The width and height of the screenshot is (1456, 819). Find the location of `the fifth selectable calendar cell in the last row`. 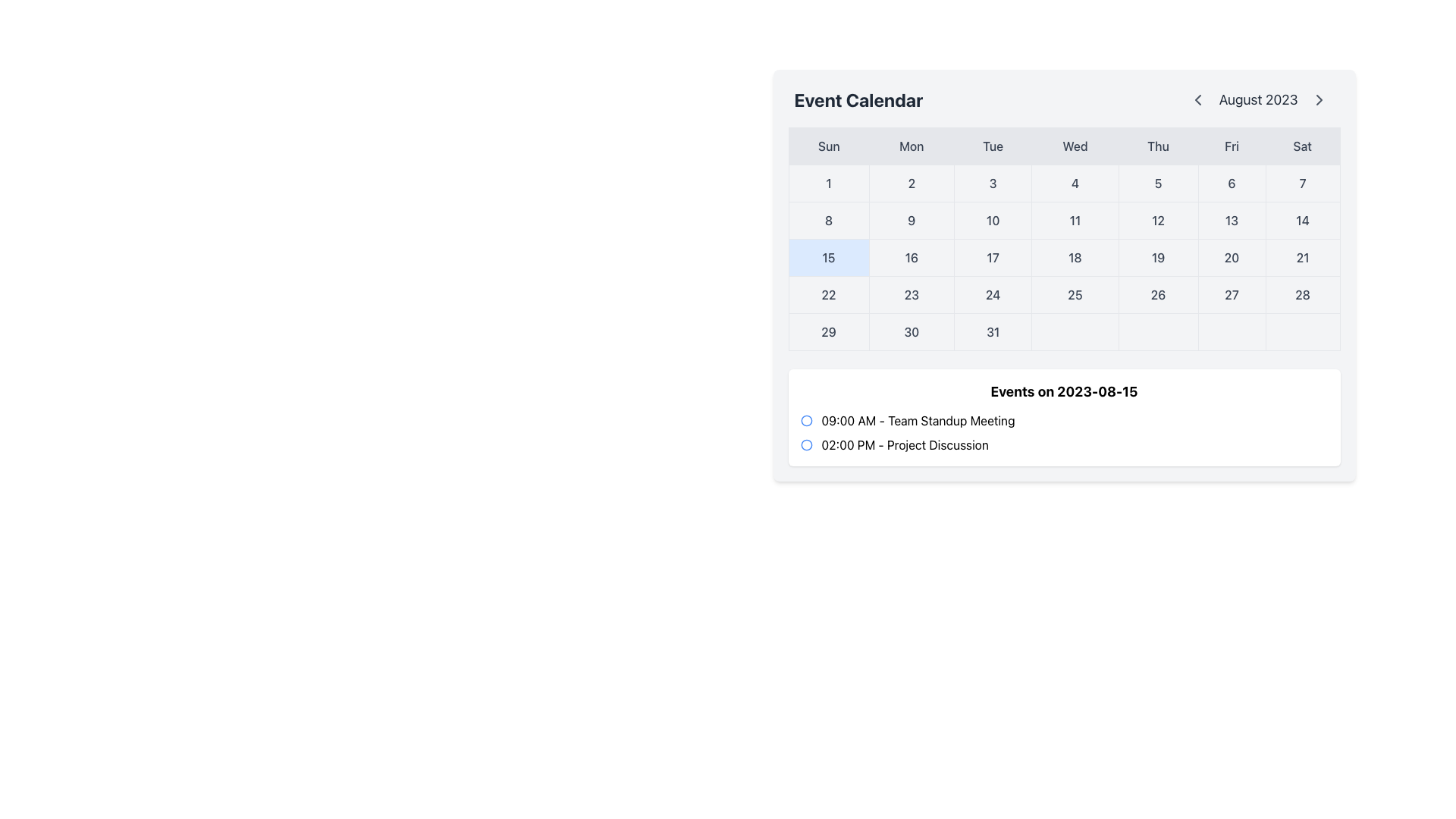

the fifth selectable calendar cell in the last row is located at coordinates (1157, 331).